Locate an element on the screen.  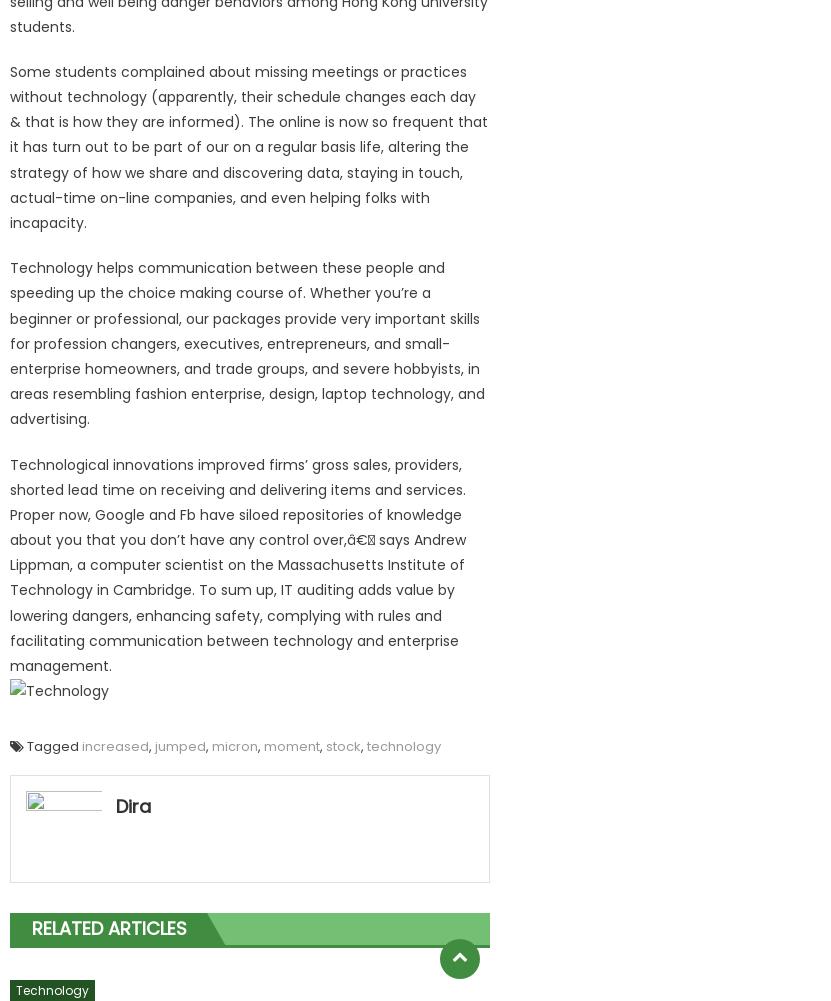
'Tagged' is located at coordinates (27, 746).